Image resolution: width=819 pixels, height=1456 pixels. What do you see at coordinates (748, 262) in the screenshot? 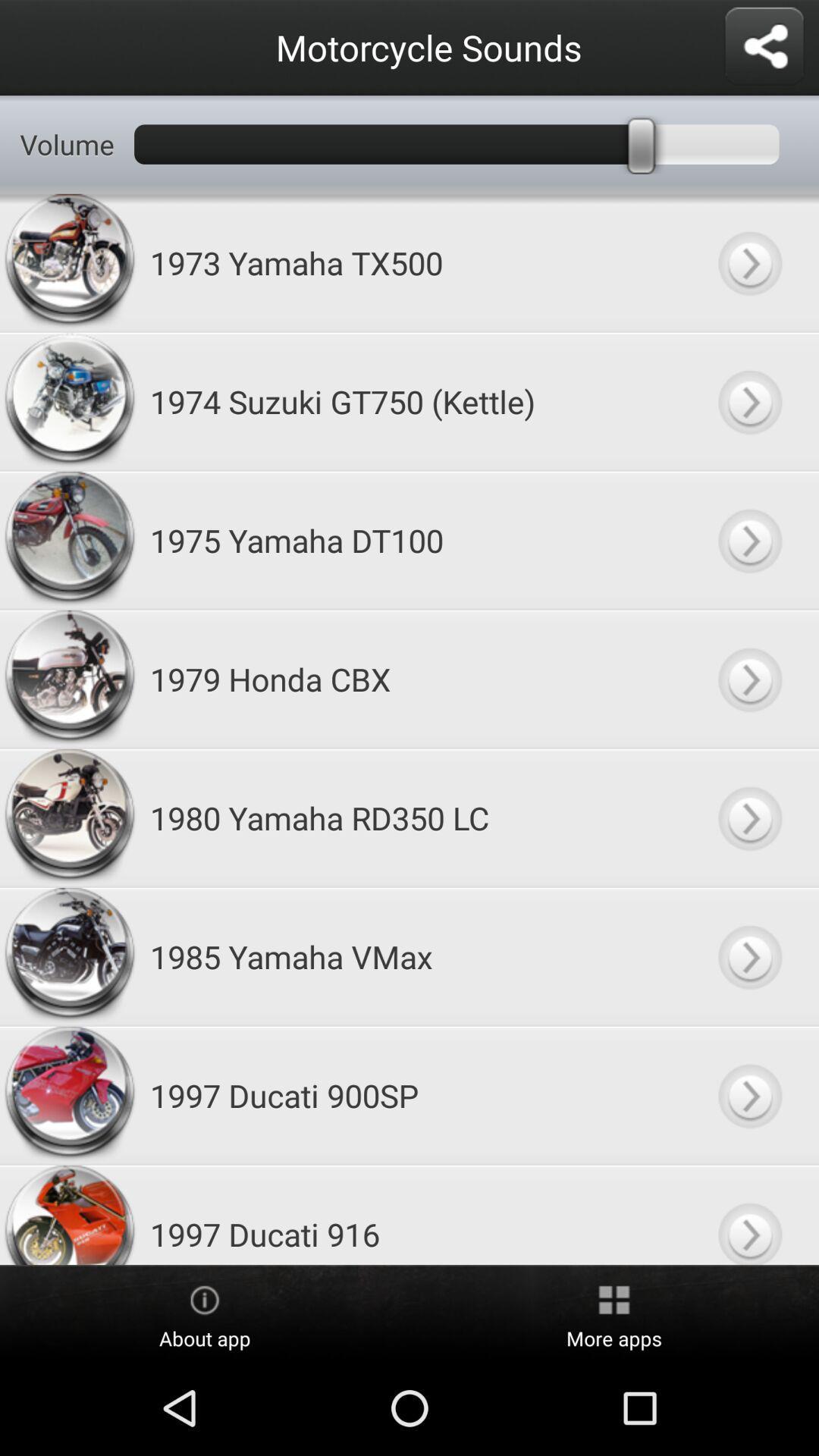
I see `motorcycle sound` at bounding box center [748, 262].